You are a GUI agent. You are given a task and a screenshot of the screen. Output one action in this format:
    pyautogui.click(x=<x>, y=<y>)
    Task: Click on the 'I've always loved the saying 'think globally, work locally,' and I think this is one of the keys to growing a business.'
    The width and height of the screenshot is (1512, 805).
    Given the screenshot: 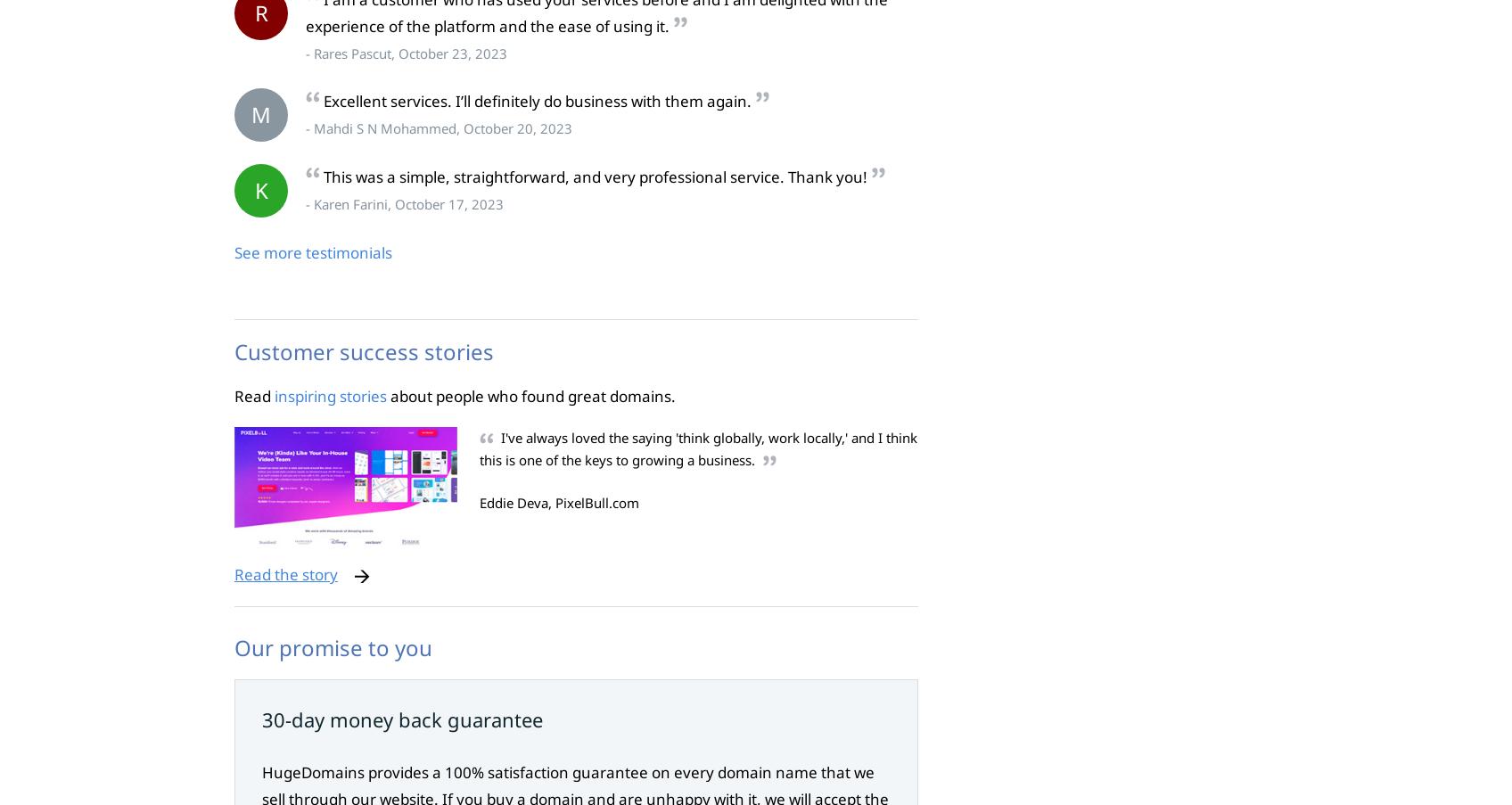 What is the action you would take?
    pyautogui.click(x=697, y=448)
    